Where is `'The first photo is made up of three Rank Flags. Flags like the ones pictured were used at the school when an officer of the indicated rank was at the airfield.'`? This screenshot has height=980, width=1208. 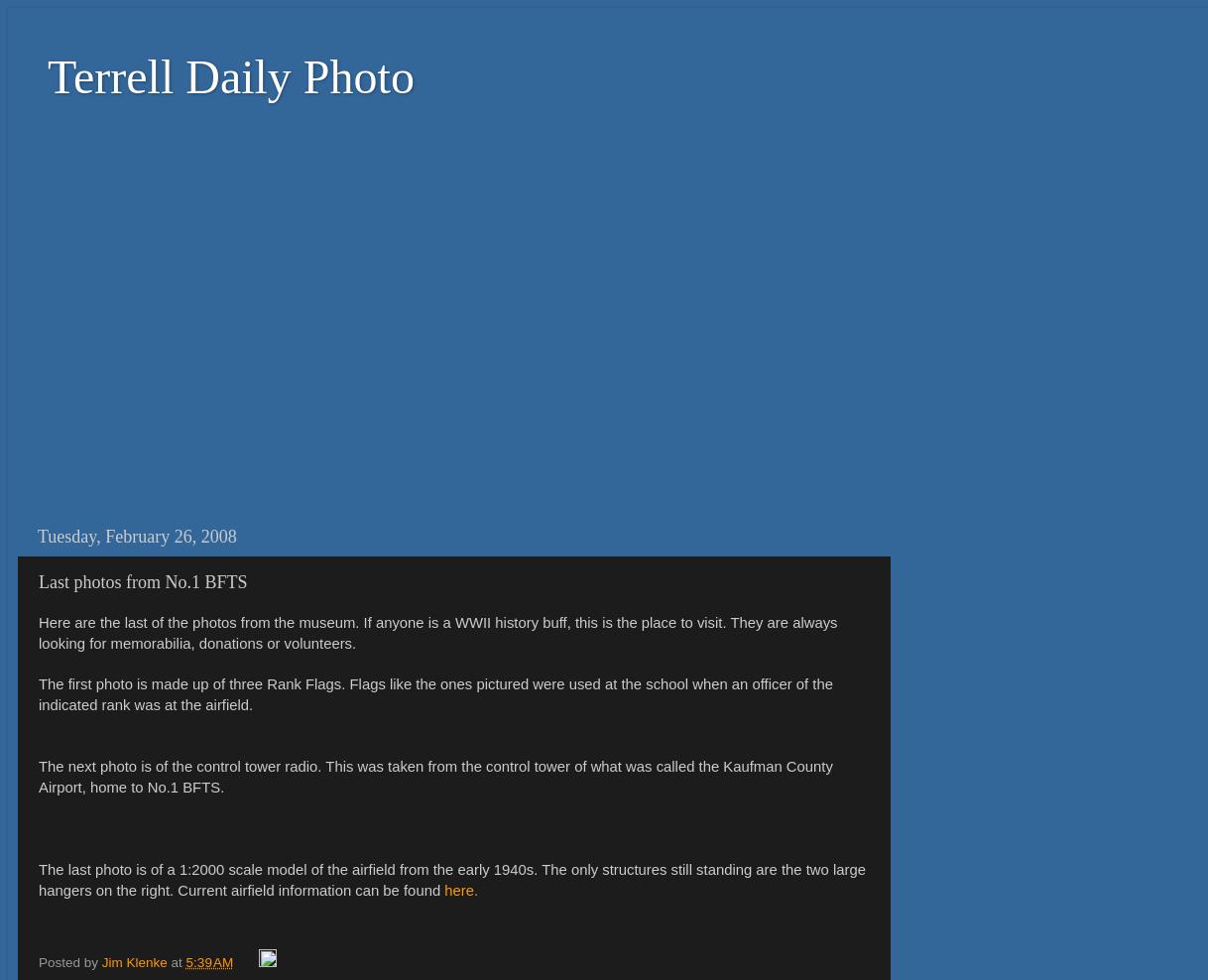
'The first photo is made up of three Rank Flags. Flags like the ones pictured were used at the school when an officer of the indicated rank was at the airfield.' is located at coordinates (434, 694).